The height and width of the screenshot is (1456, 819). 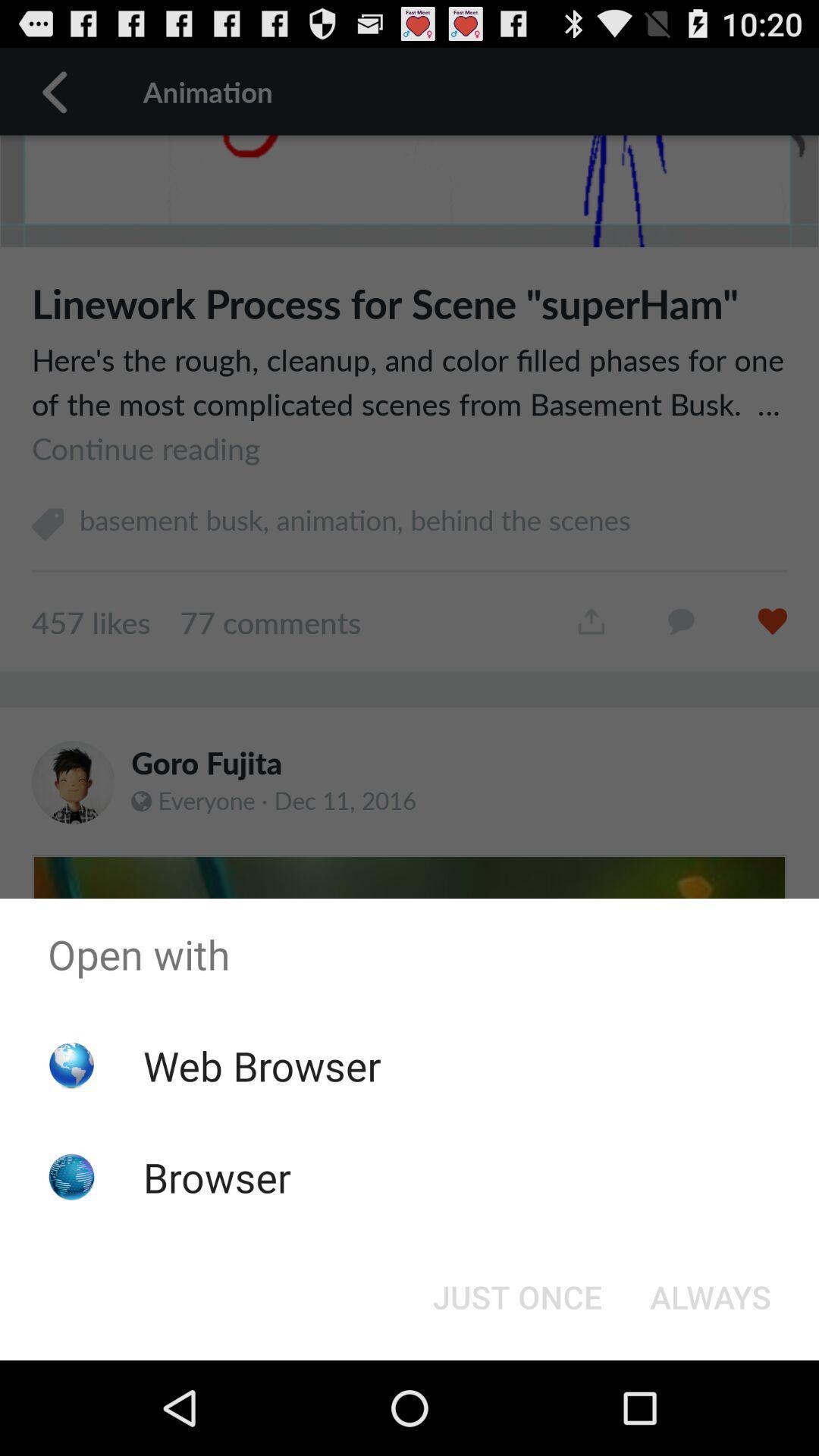 What do you see at coordinates (516, 1295) in the screenshot?
I see `the icon below open with icon` at bounding box center [516, 1295].